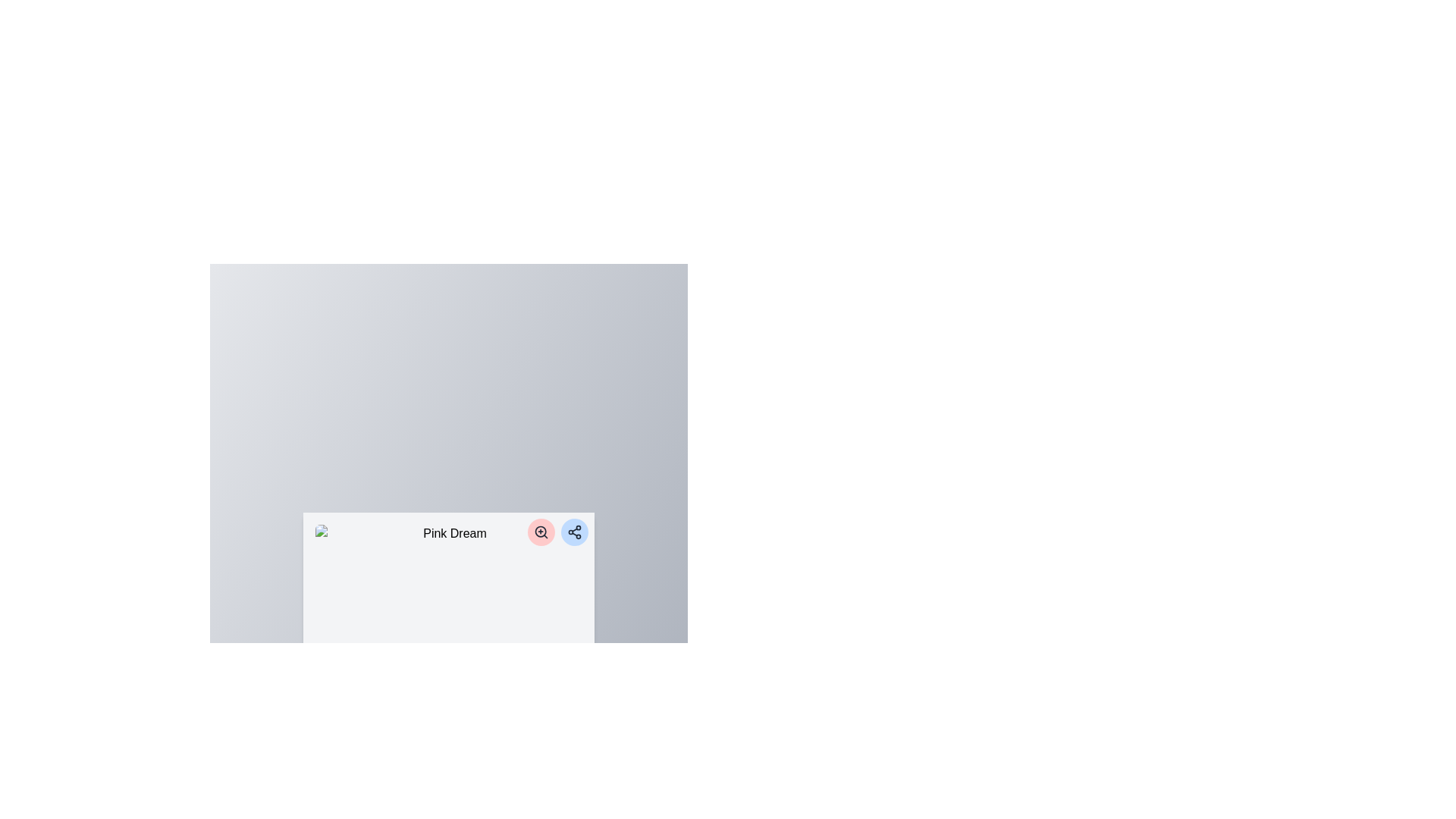  Describe the element at coordinates (541, 531) in the screenshot. I see `the circular outline of the magnifying glass icon, which is part of an SVG graphic for zoom-in action` at that location.